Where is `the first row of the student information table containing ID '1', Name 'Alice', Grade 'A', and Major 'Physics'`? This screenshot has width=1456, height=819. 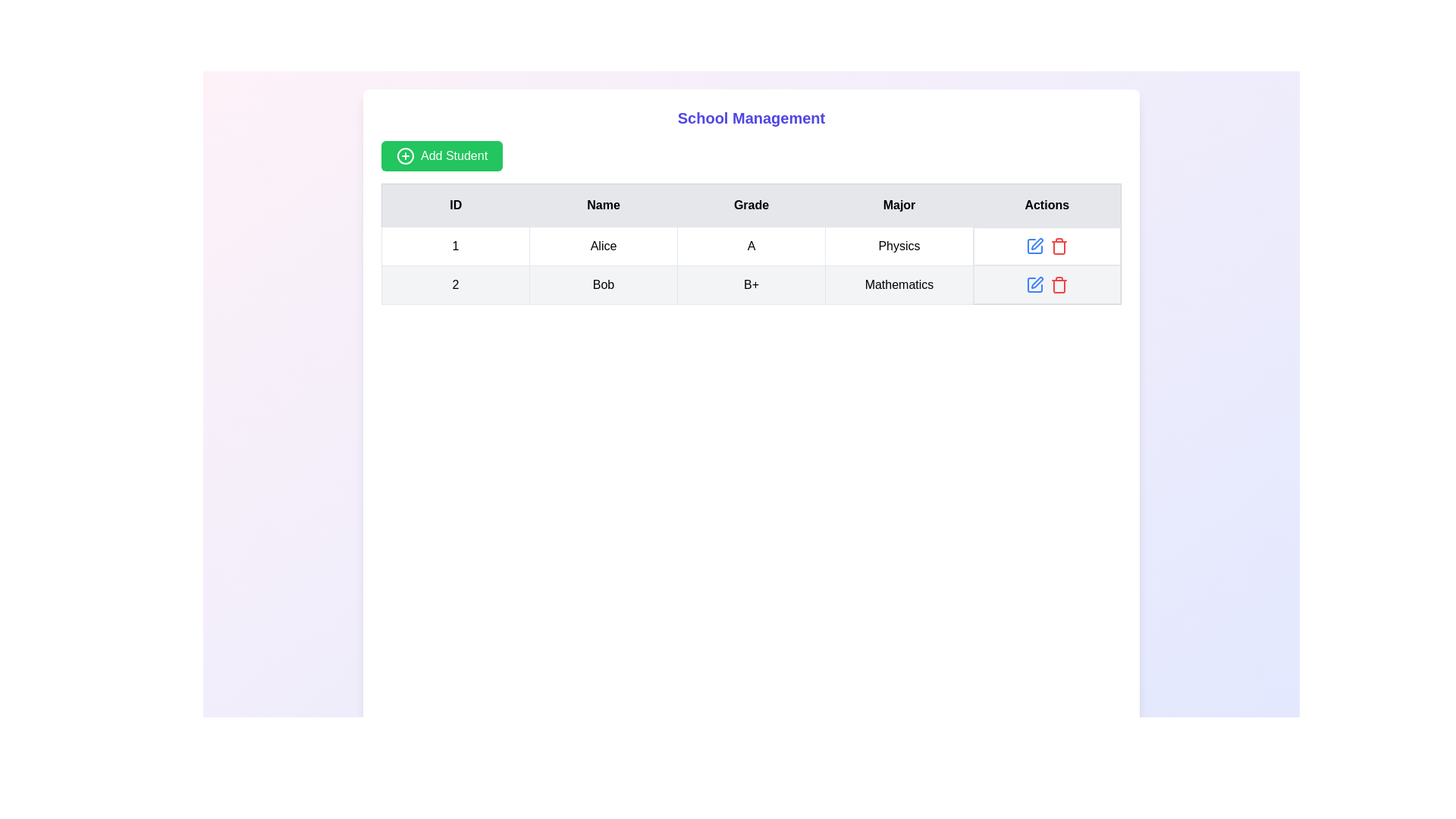 the first row of the student information table containing ID '1', Name 'Alice', Grade 'A', and Major 'Physics' is located at coordinates (751, 245).